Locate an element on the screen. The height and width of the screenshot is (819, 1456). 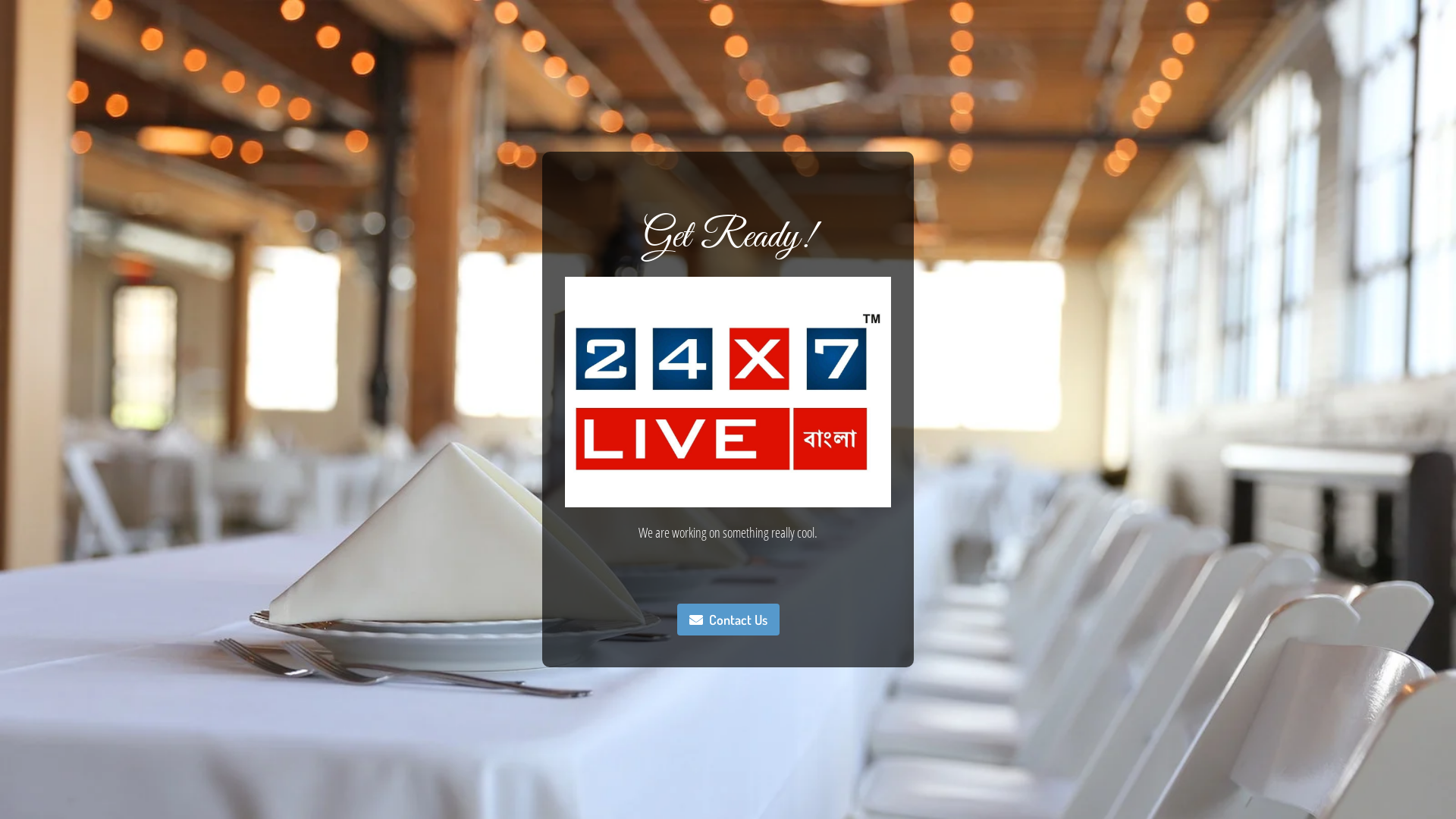
'Contact Us' is located at coordinates (676, 620).